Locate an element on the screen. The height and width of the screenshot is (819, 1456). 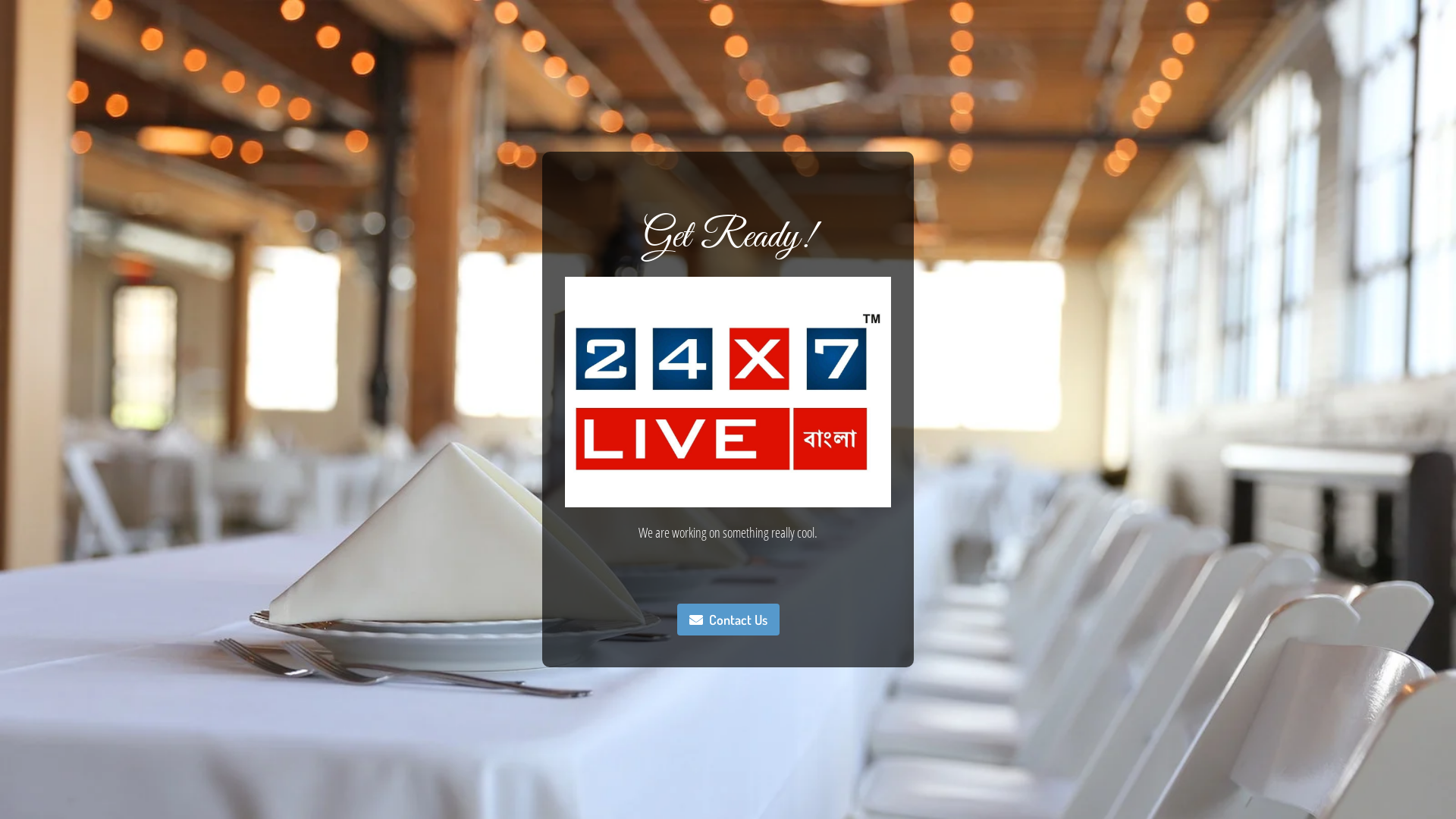
'Contact Us' is located at coordinates (676, 620).